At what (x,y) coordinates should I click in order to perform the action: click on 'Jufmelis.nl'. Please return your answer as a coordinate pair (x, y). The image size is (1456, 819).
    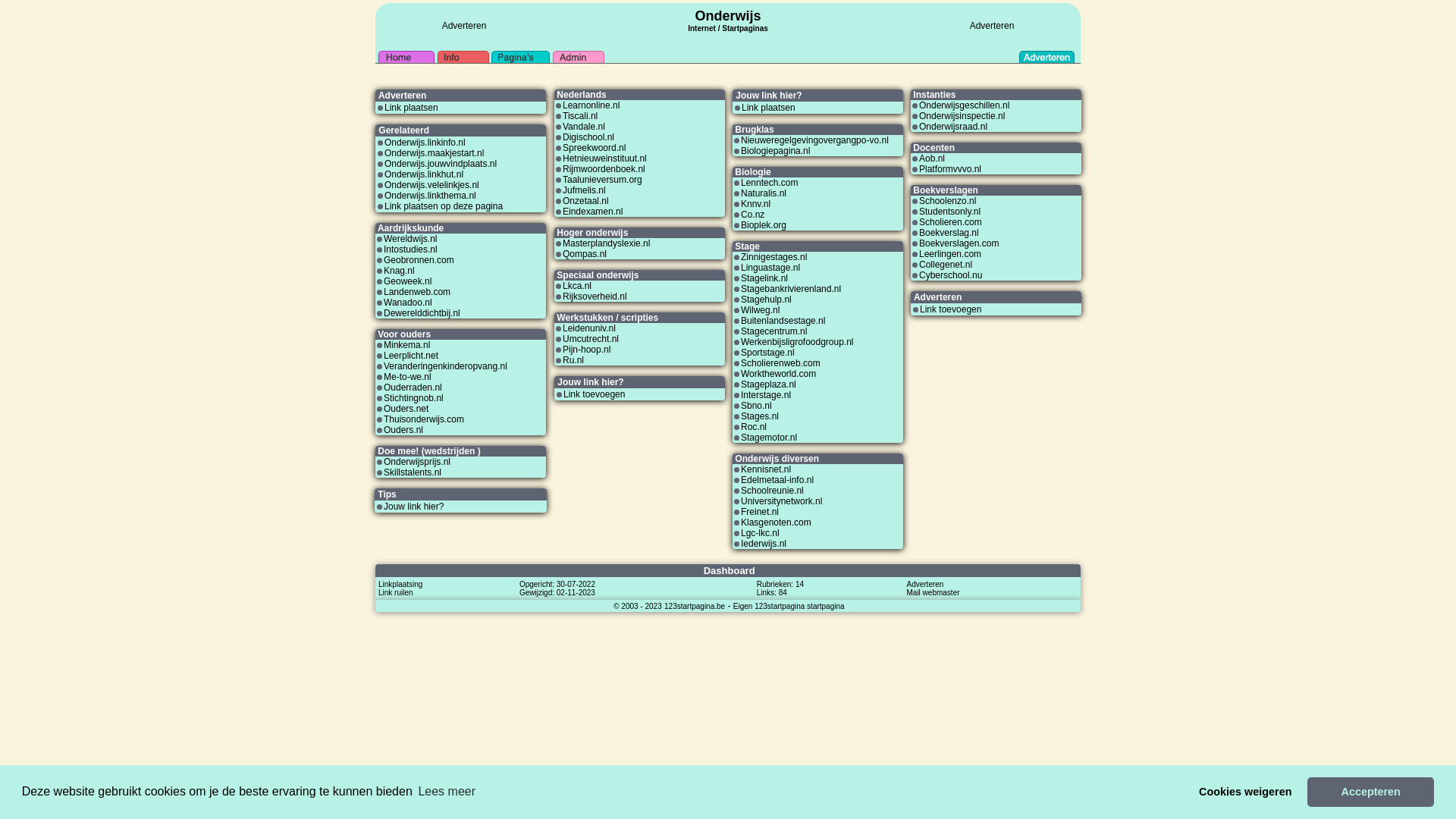
    Looking at the image, I should click on (583, 189).